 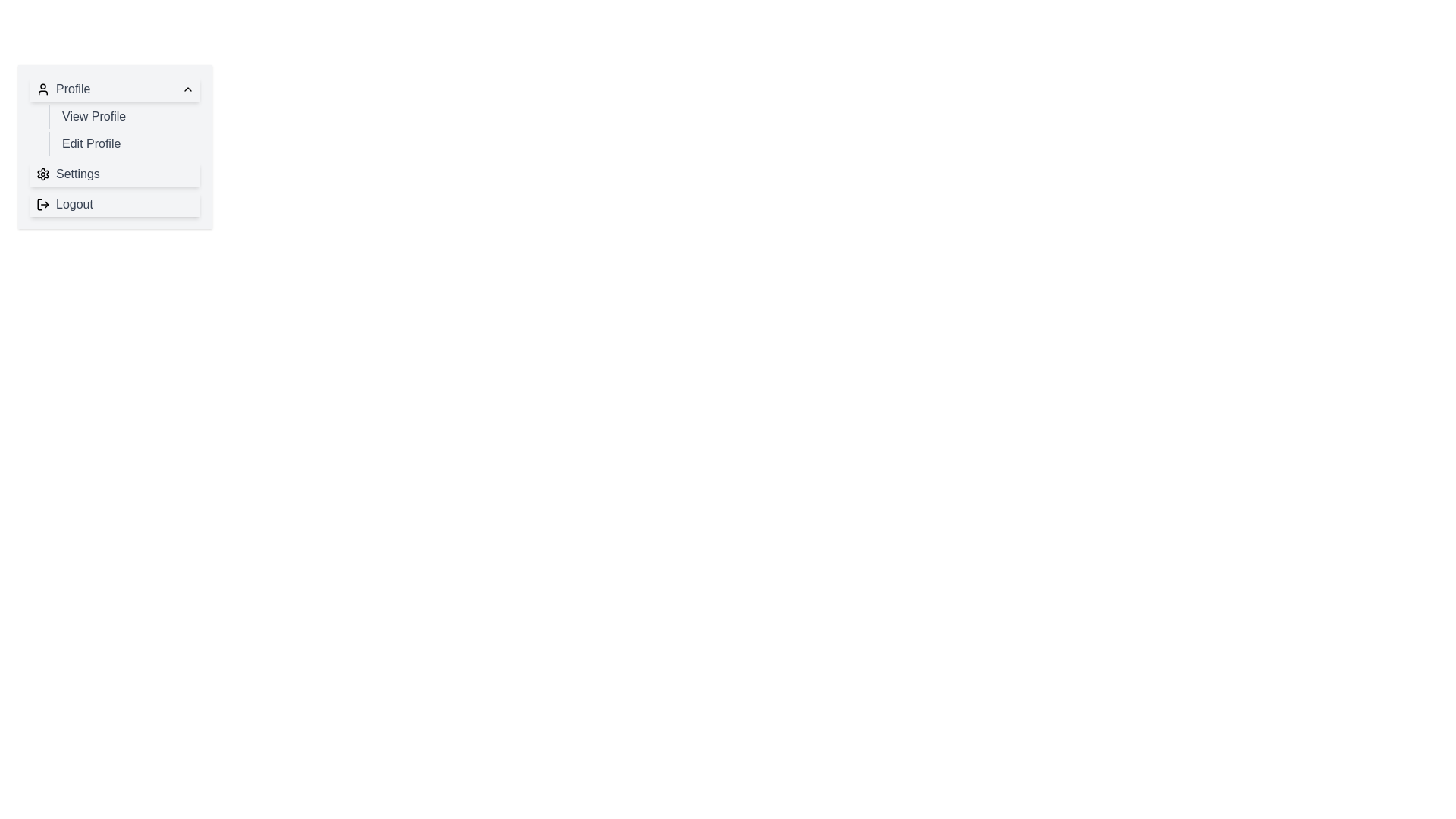 What do you see at coordinates (187, 89) in the screenshot?
I see `the visibility toggle icon located within the 'Profile' button, which is positioned at the rightmost end of the row next to the text 'Profile'` at bounding box center [187, 89].